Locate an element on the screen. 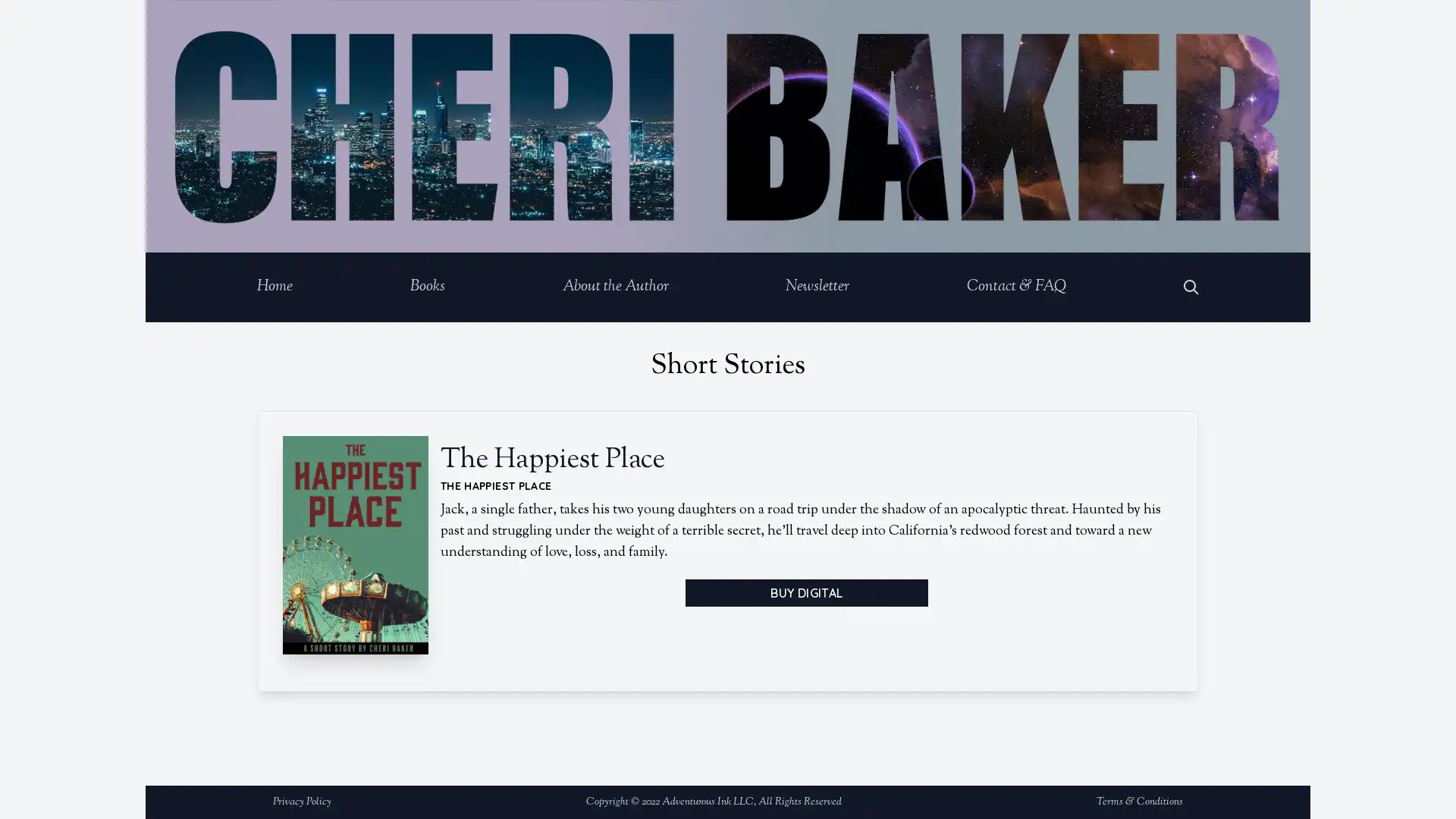 This screenshot has width=1456, height=819. BUY DIGITAL is located at coordinates (805, 591).